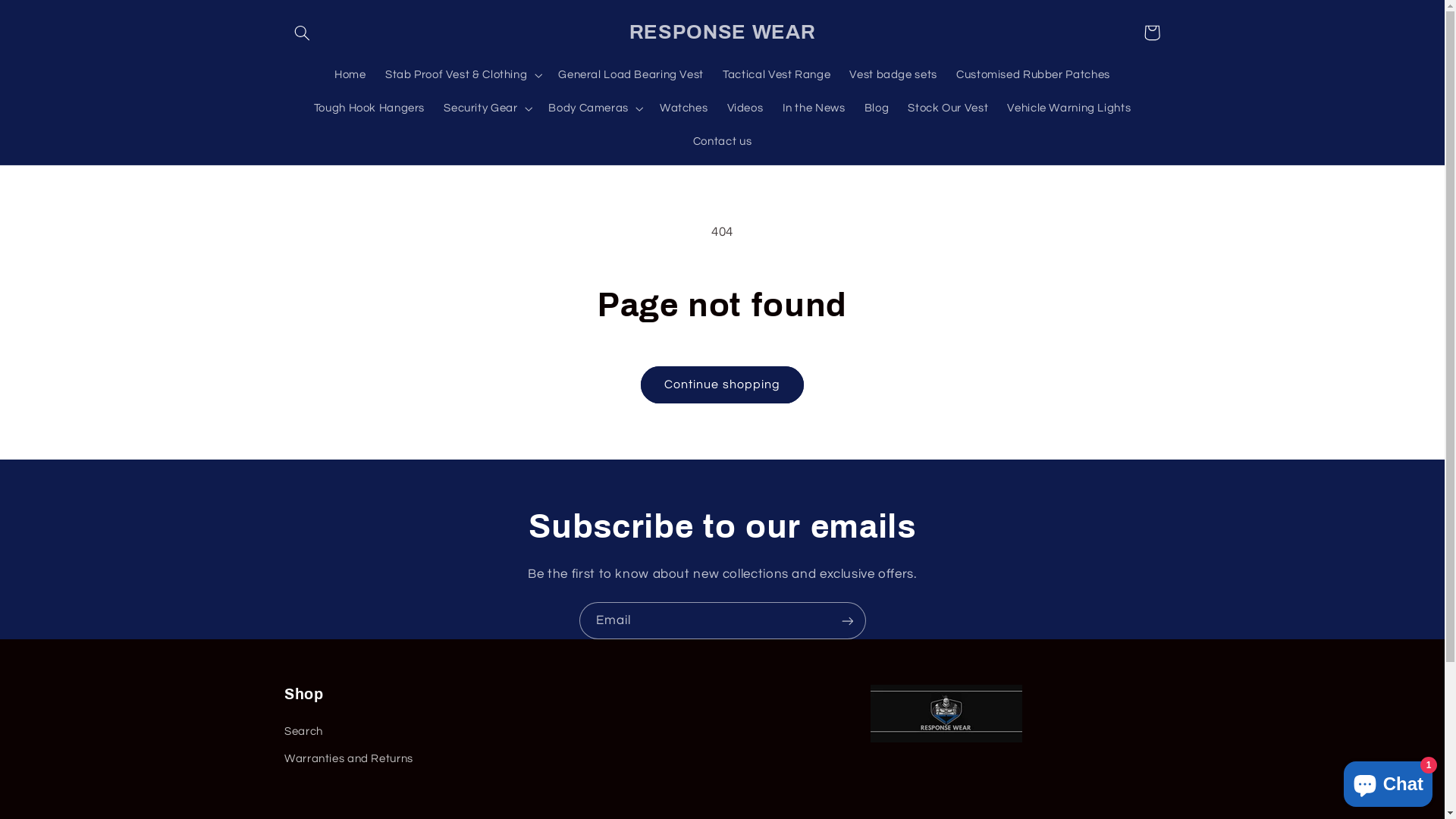 This screenshot has width=1456, height=819. I want to click on 'Vehicle Warning Lights', so click(1068, 107).